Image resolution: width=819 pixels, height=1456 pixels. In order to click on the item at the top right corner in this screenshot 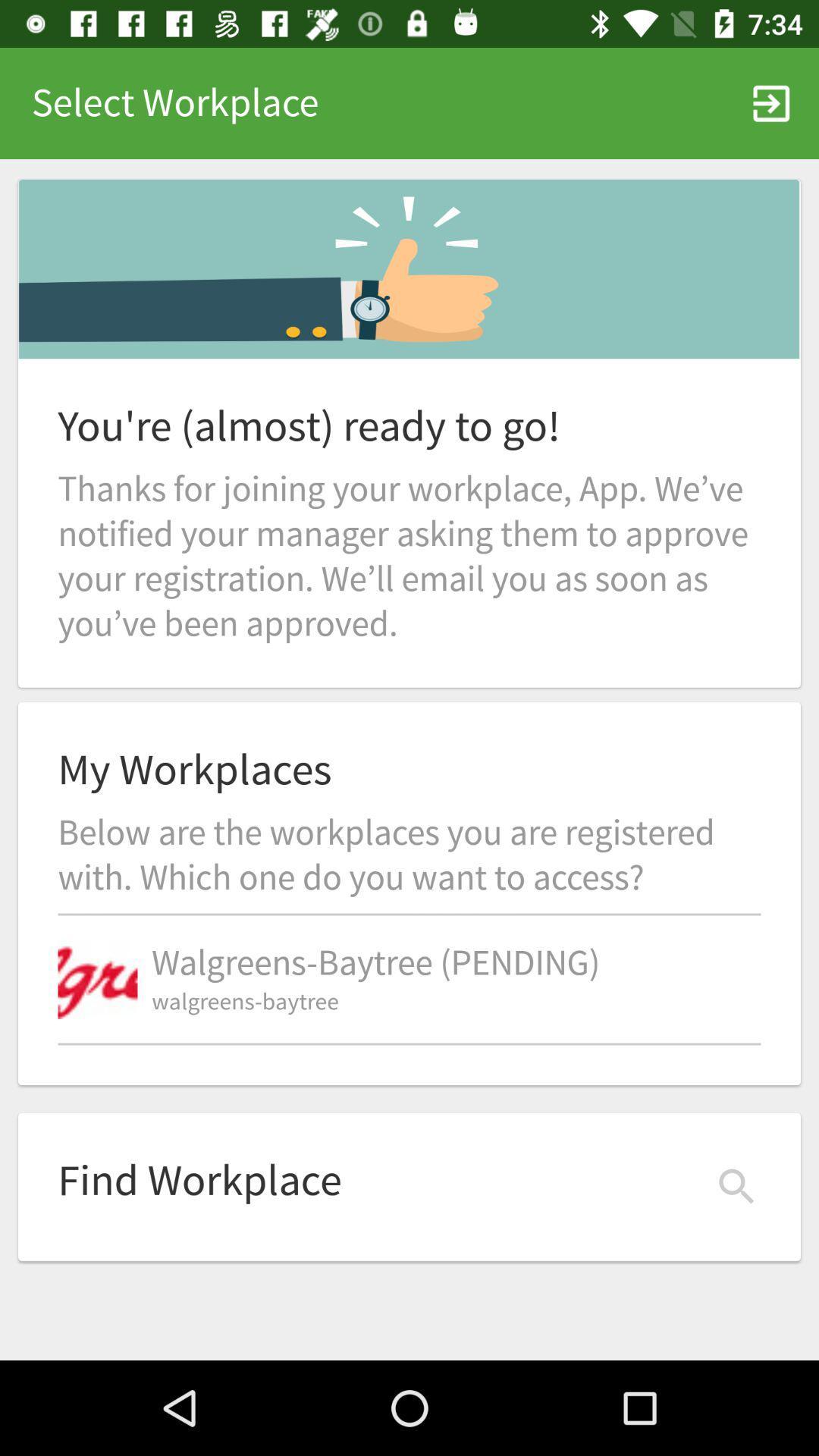, I will do `click(771, 102)`.